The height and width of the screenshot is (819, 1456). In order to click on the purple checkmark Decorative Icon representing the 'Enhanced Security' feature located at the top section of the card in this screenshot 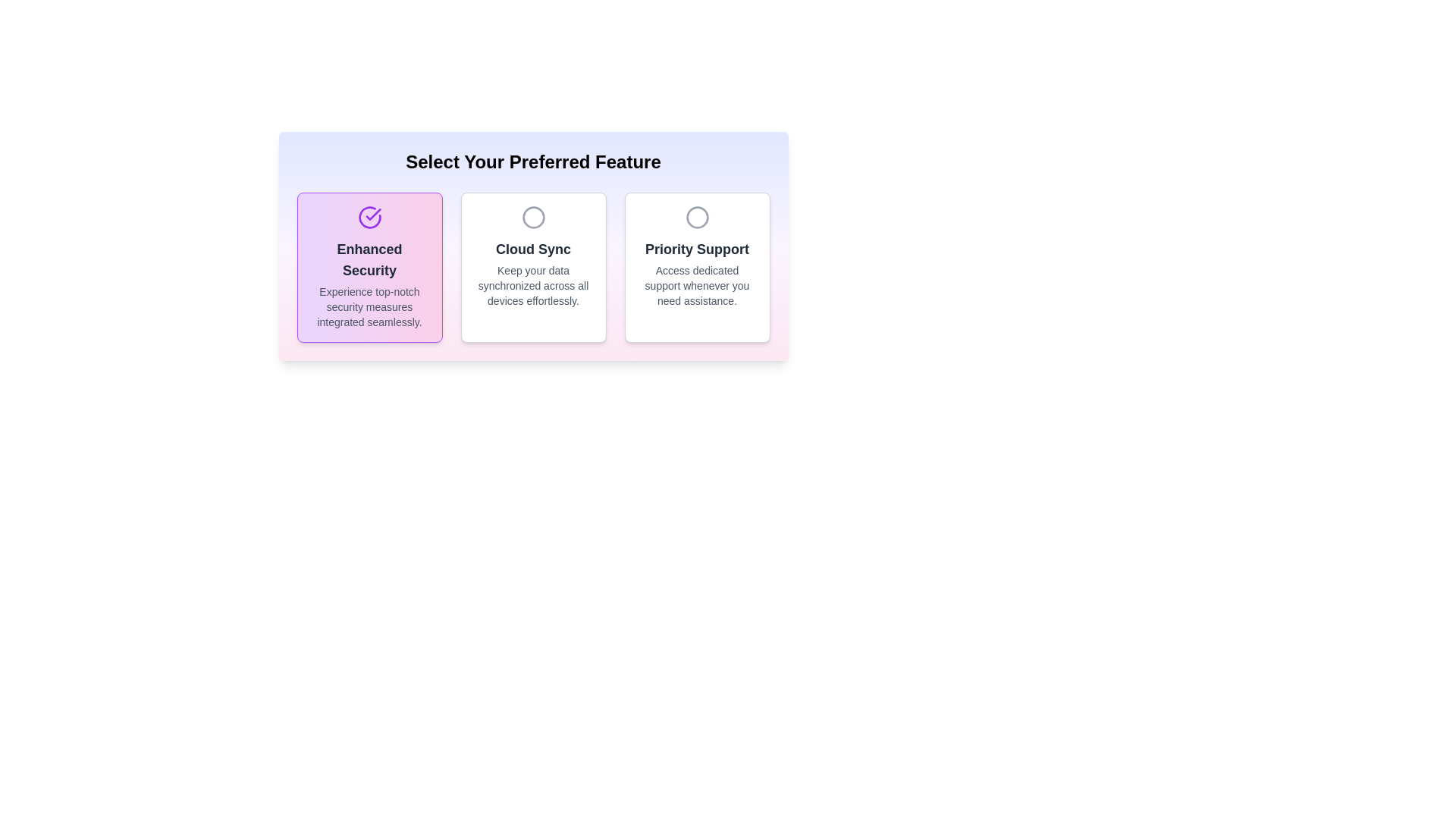, I will do `click(373, 214)`.